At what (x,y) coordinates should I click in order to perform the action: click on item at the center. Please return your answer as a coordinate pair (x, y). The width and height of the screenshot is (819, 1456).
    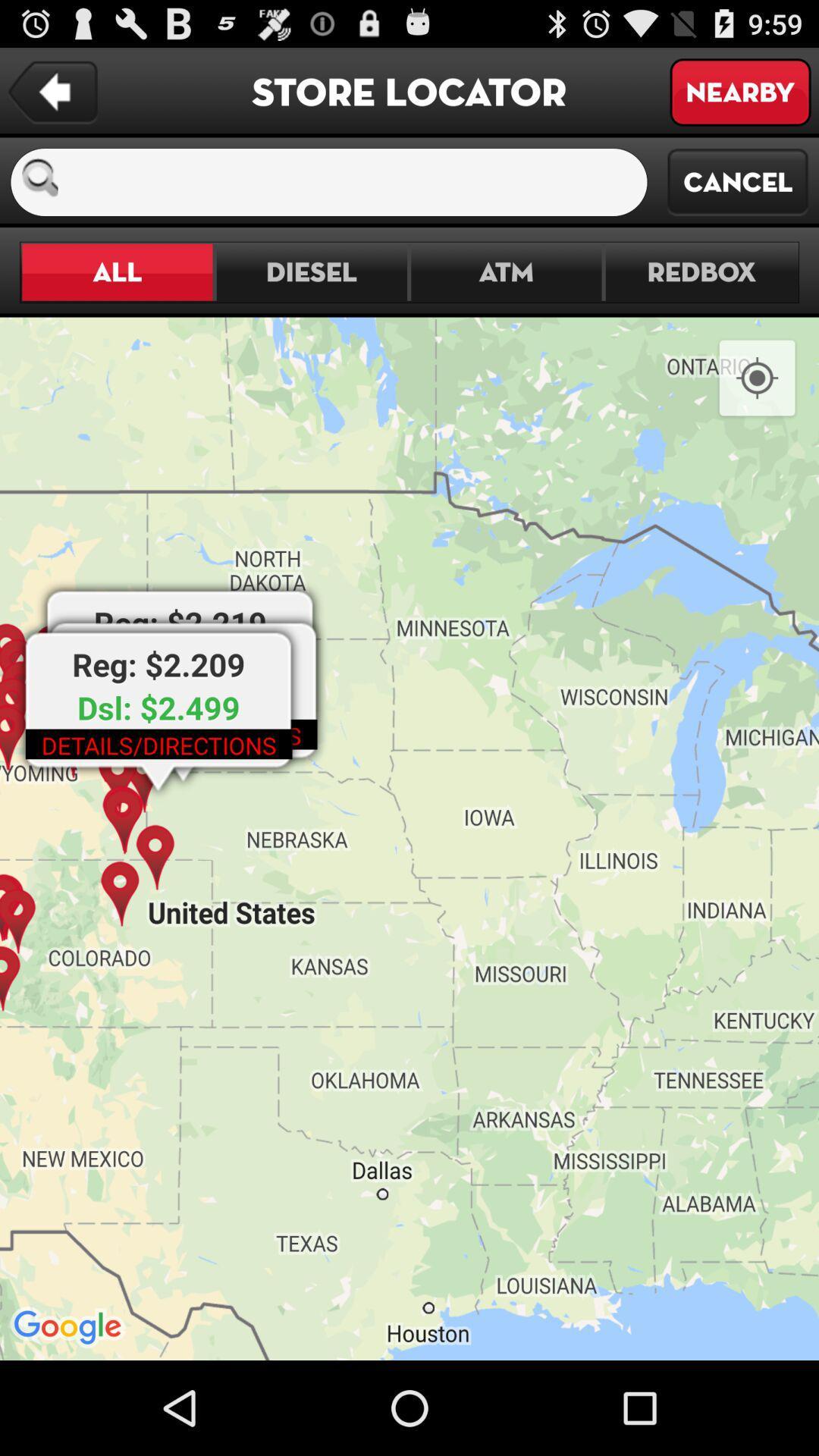
    Looking at the image, I should click on (409, 838).